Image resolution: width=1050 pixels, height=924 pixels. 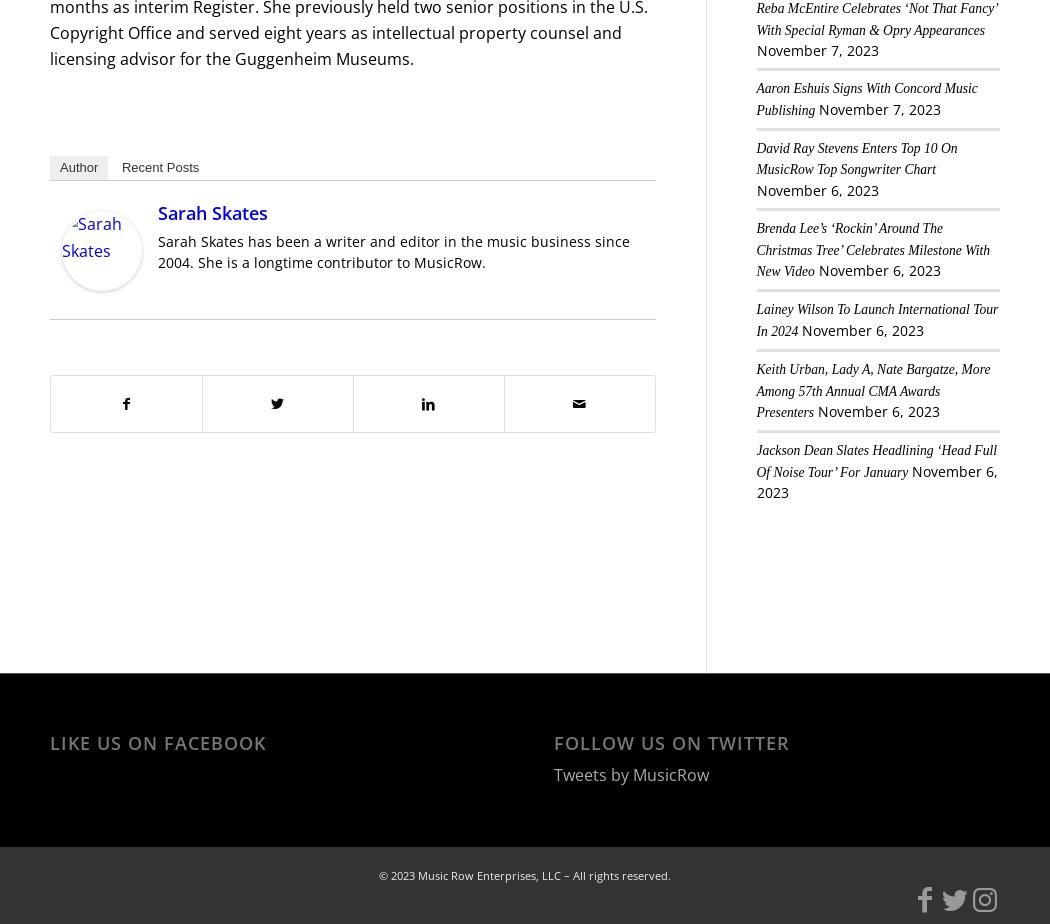 I want to click on 'Like Us on Facebook', so click(x=158, y=742).